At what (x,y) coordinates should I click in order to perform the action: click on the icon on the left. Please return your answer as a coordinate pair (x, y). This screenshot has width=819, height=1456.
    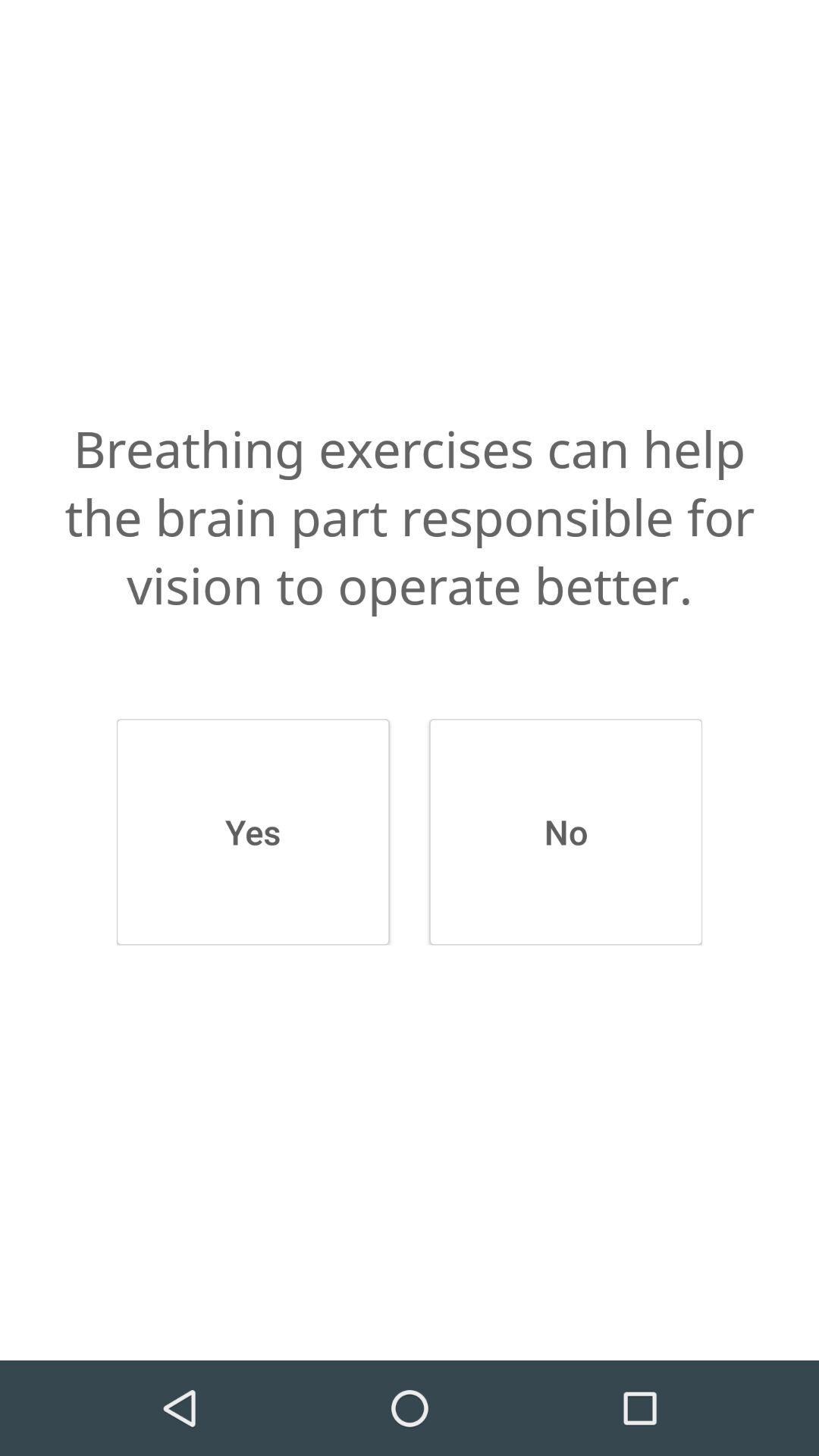
    Looking at the image, I should click on (252, 831).